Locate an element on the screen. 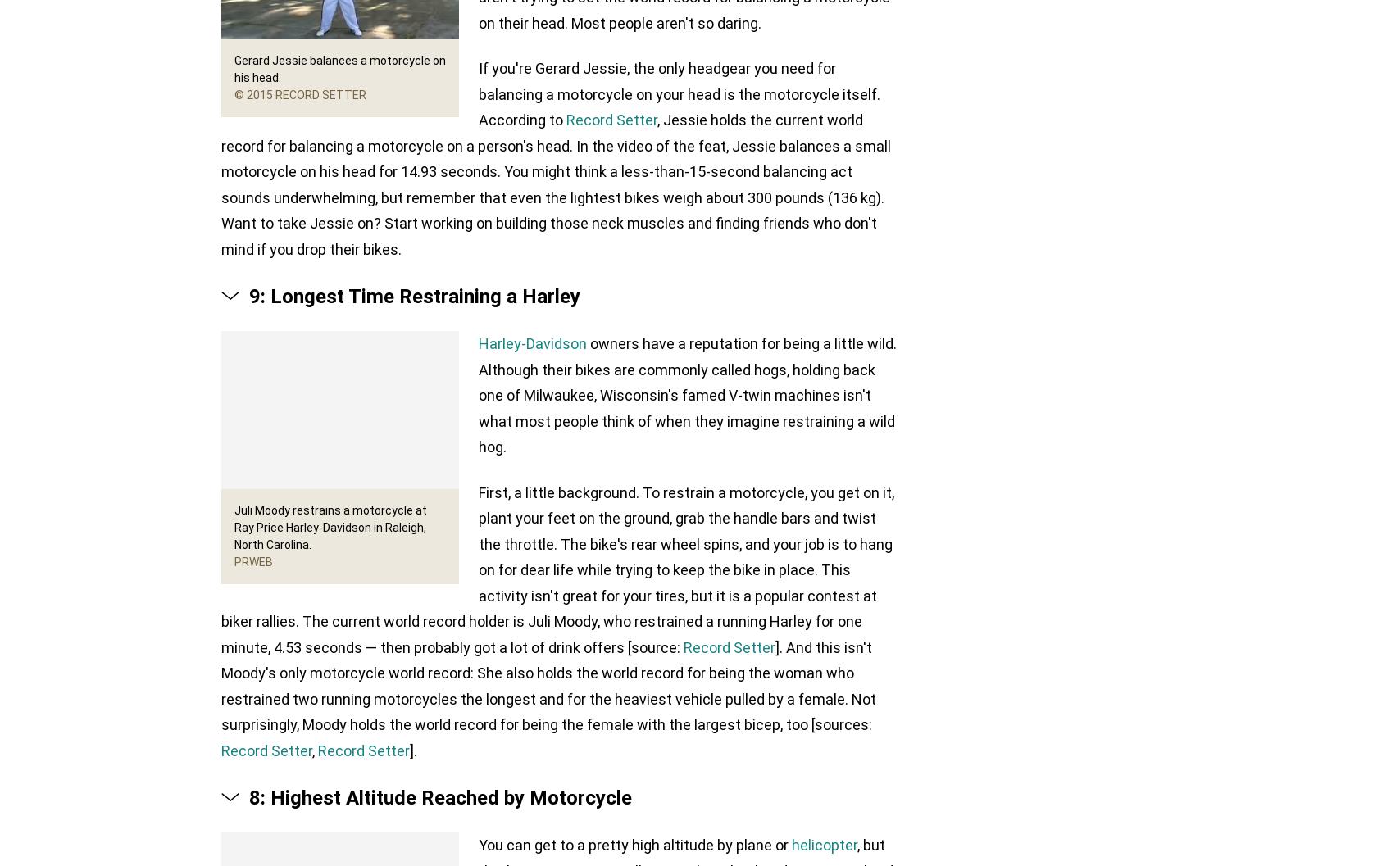 This screenshot has height=866, width=1400. 'Gerard Jessie balances a motorcycle on his head.' is located at coordinates (234, 68).